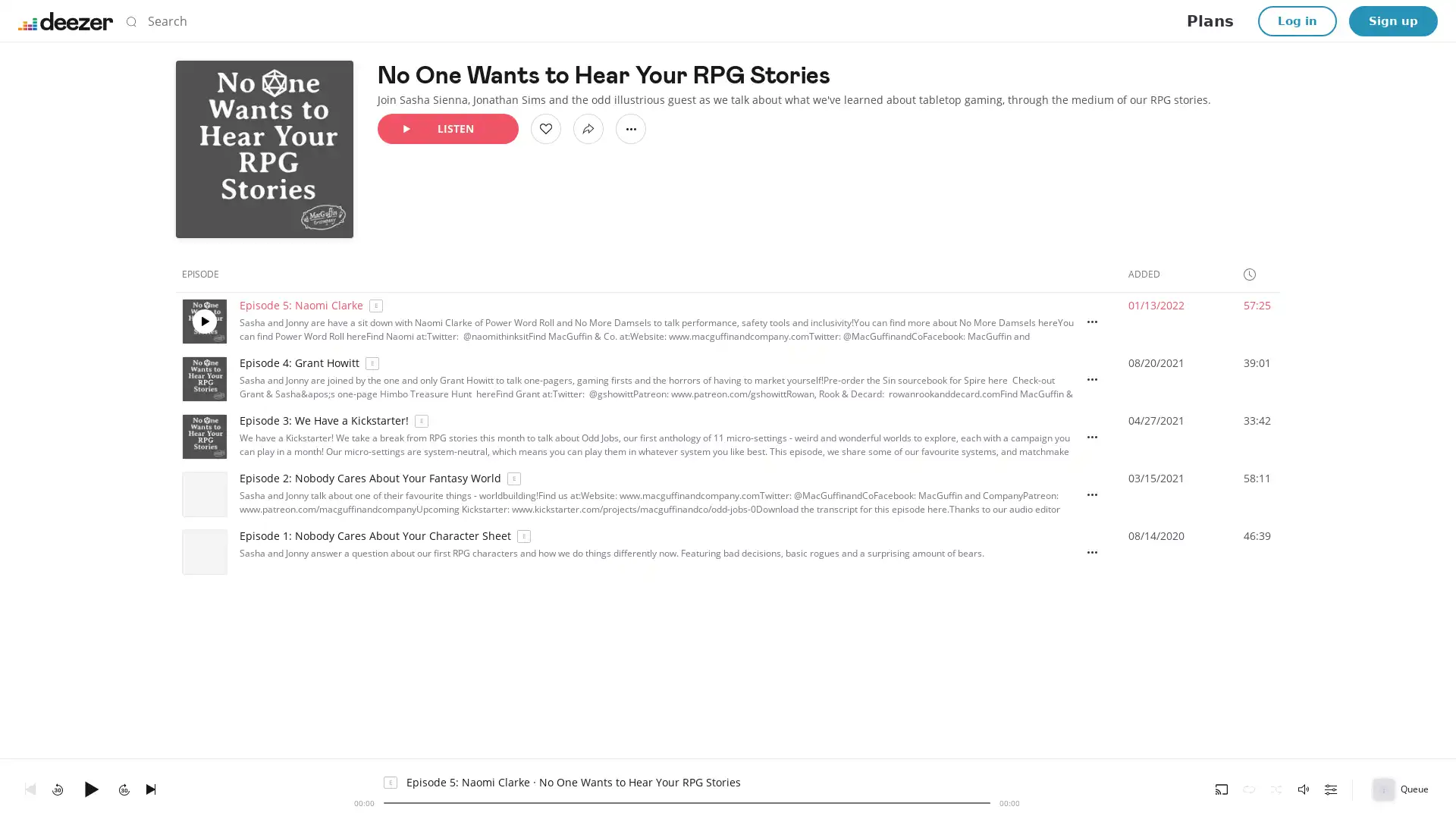  I want to click on Skip back 30 seconds, so click(58, 788).